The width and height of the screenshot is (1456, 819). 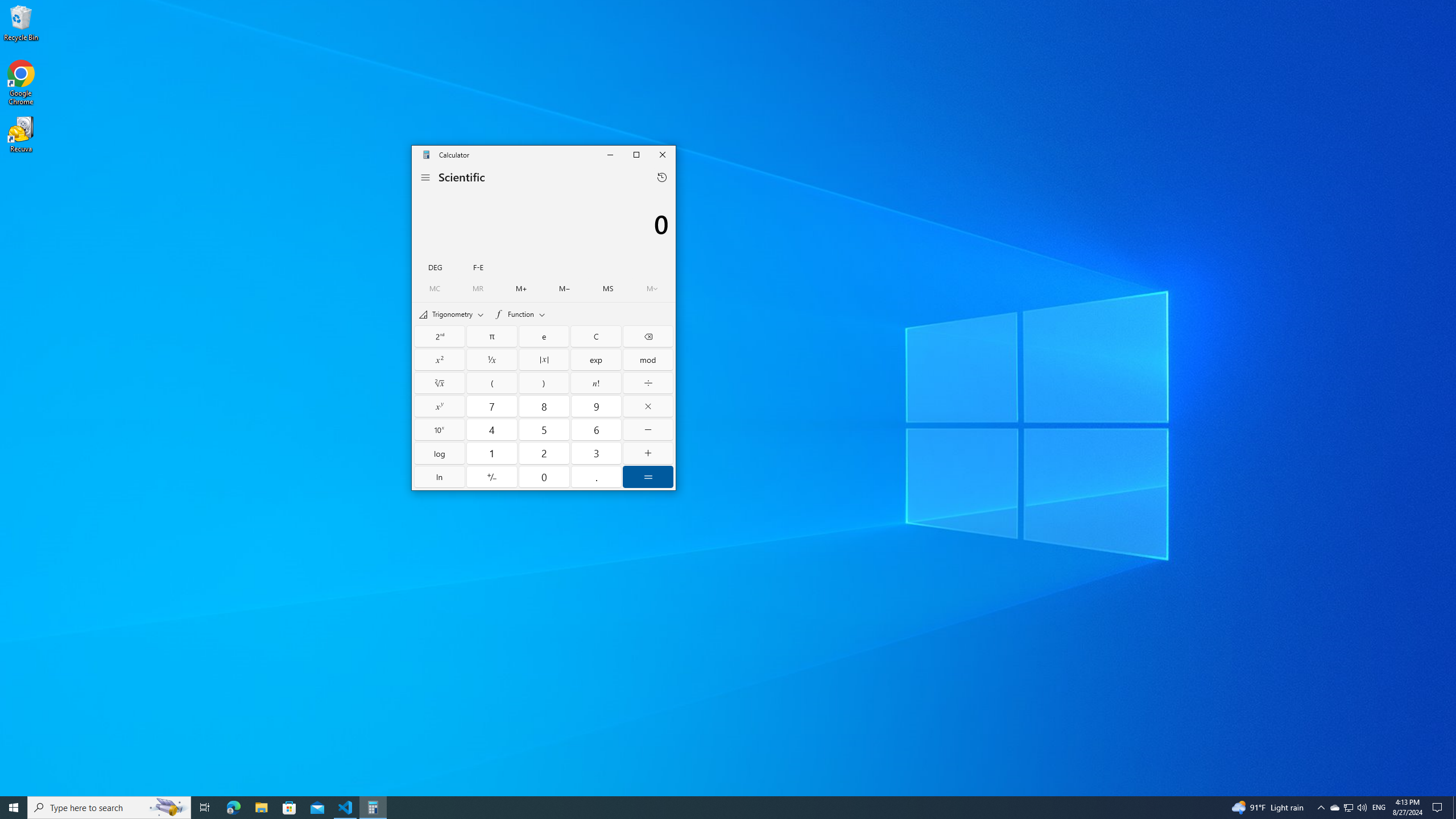 I want to click on 'Six', so click(x=595, y=429).